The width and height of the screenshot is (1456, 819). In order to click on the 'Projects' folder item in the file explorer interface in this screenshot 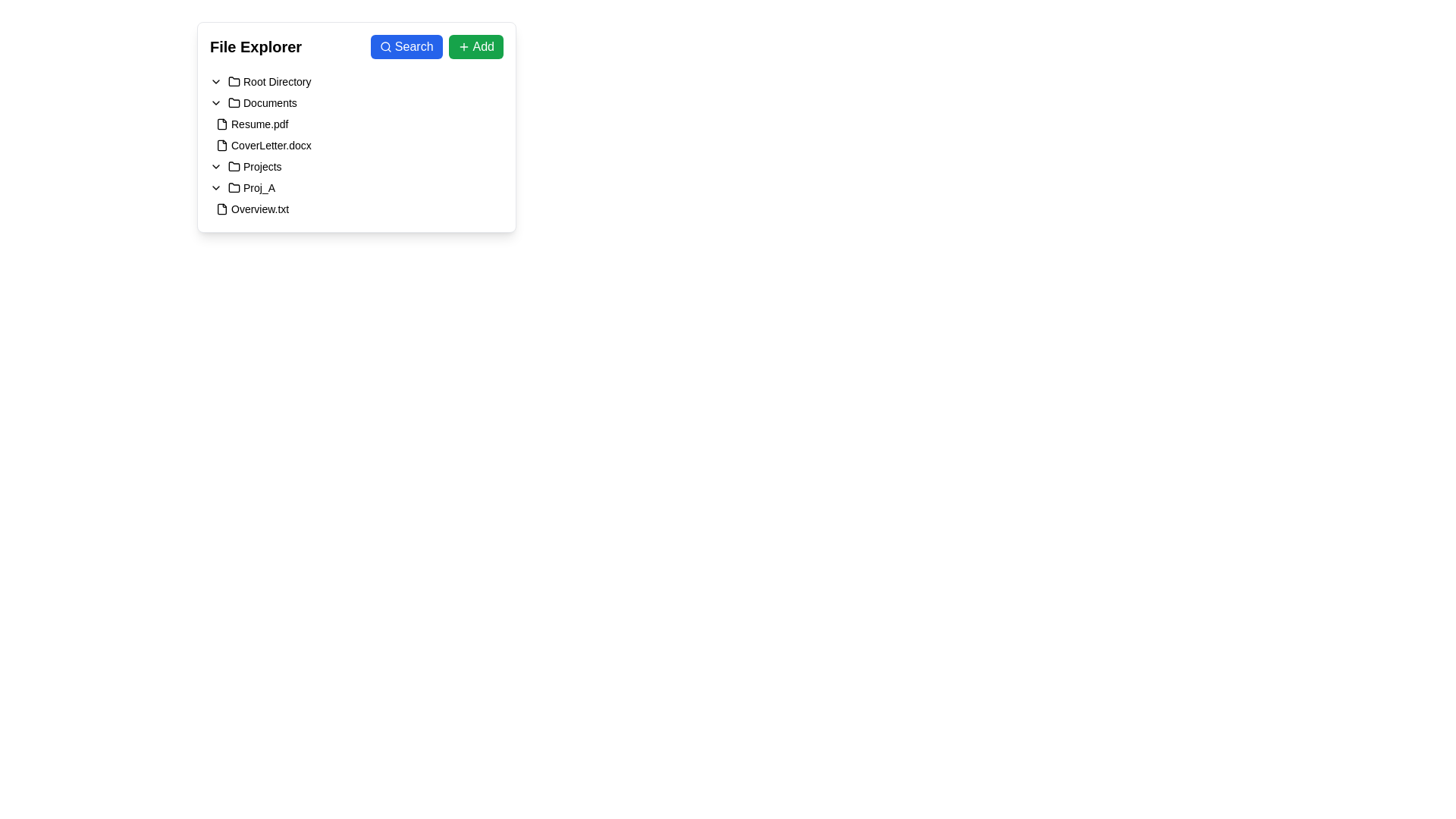, I will do `click(356, 166)`.